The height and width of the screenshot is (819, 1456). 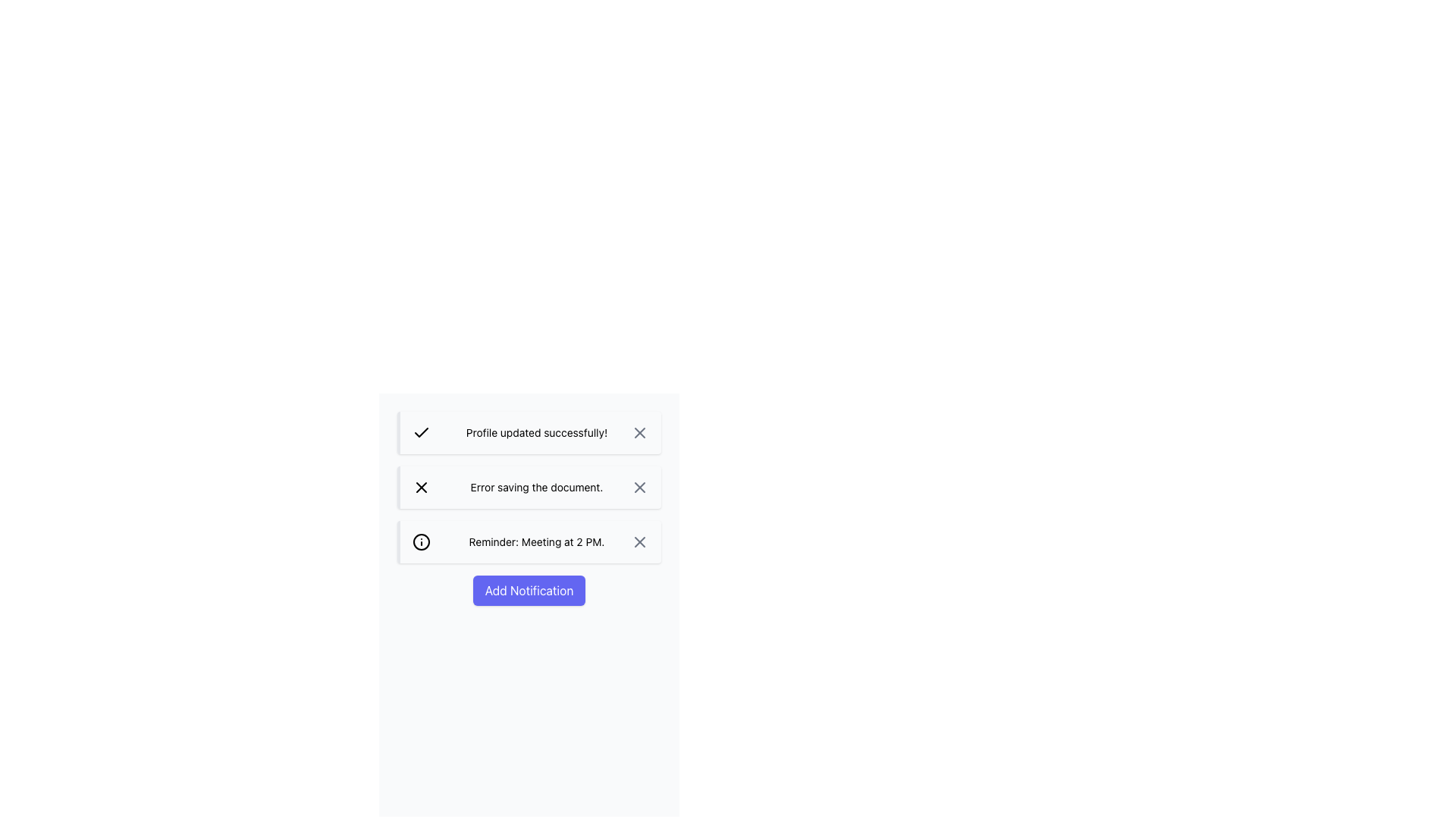 What do you see at coordinates (422, 488) in the screenshot?
I see `the diagonal cross-shaped button located in the upper-right corner of the middle notification card displaying 'Error saving the document'` at bounding box center [422, 488].